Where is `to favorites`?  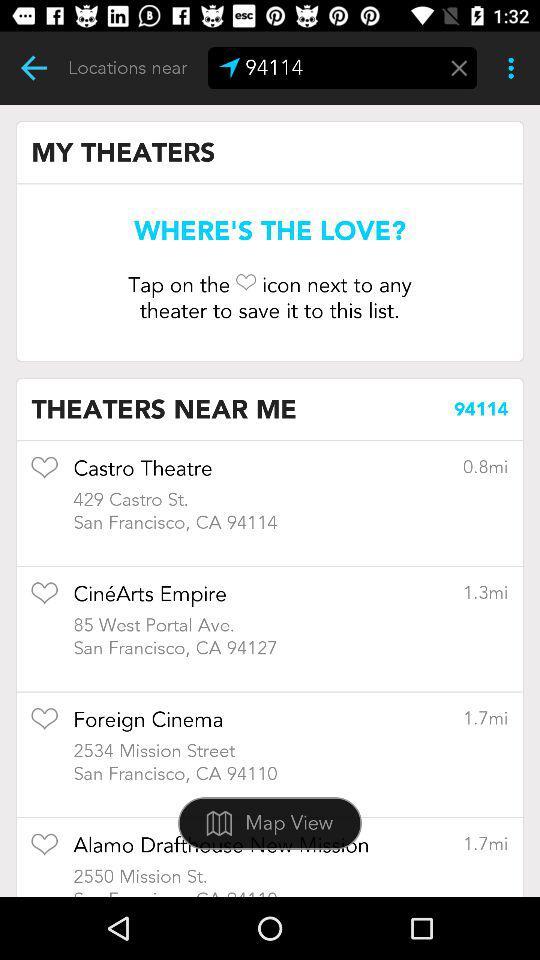
to favorites is located at coordinates (44, 724).